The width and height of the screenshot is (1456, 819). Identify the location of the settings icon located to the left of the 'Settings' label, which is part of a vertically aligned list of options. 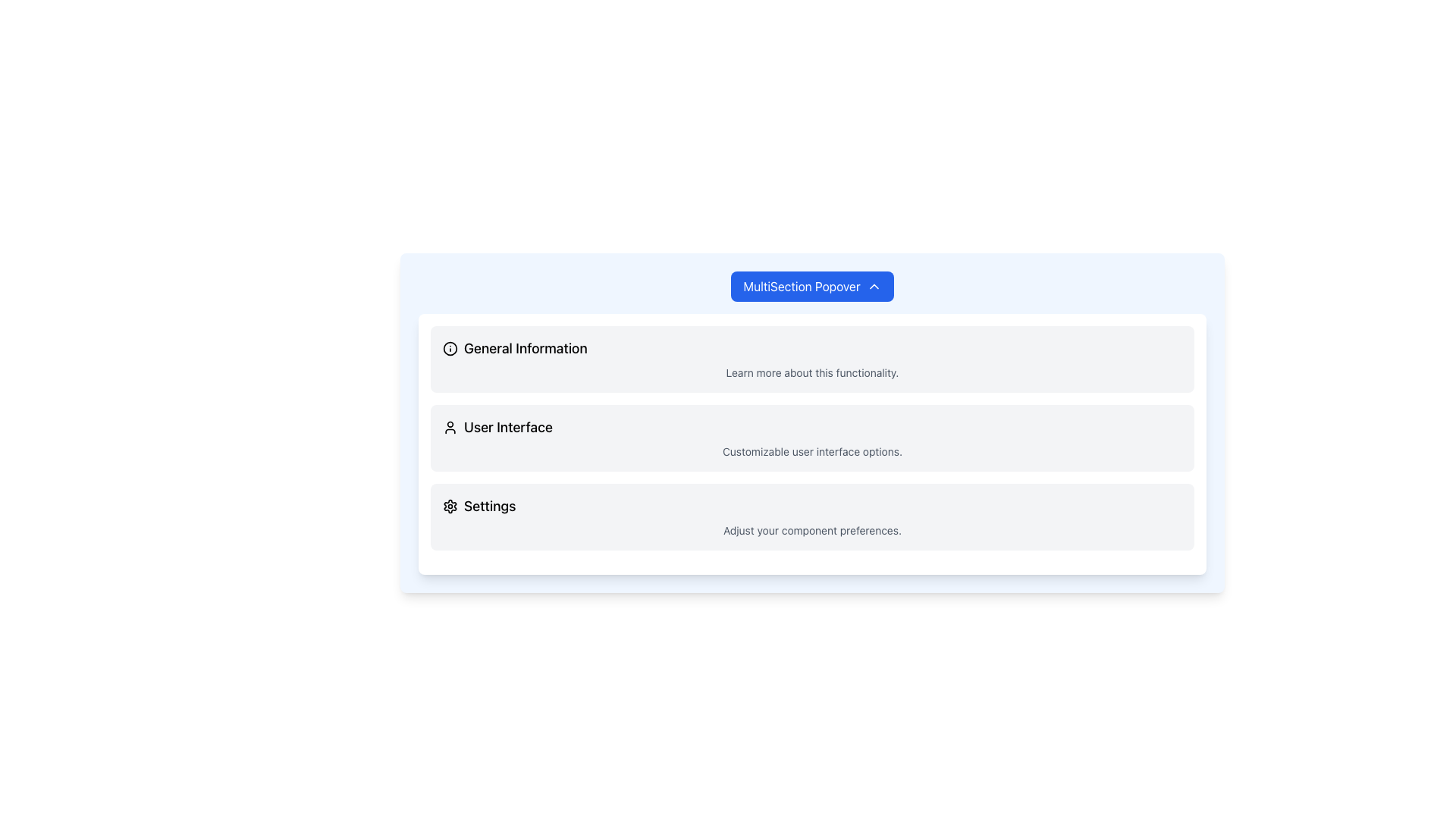
(450, 506).